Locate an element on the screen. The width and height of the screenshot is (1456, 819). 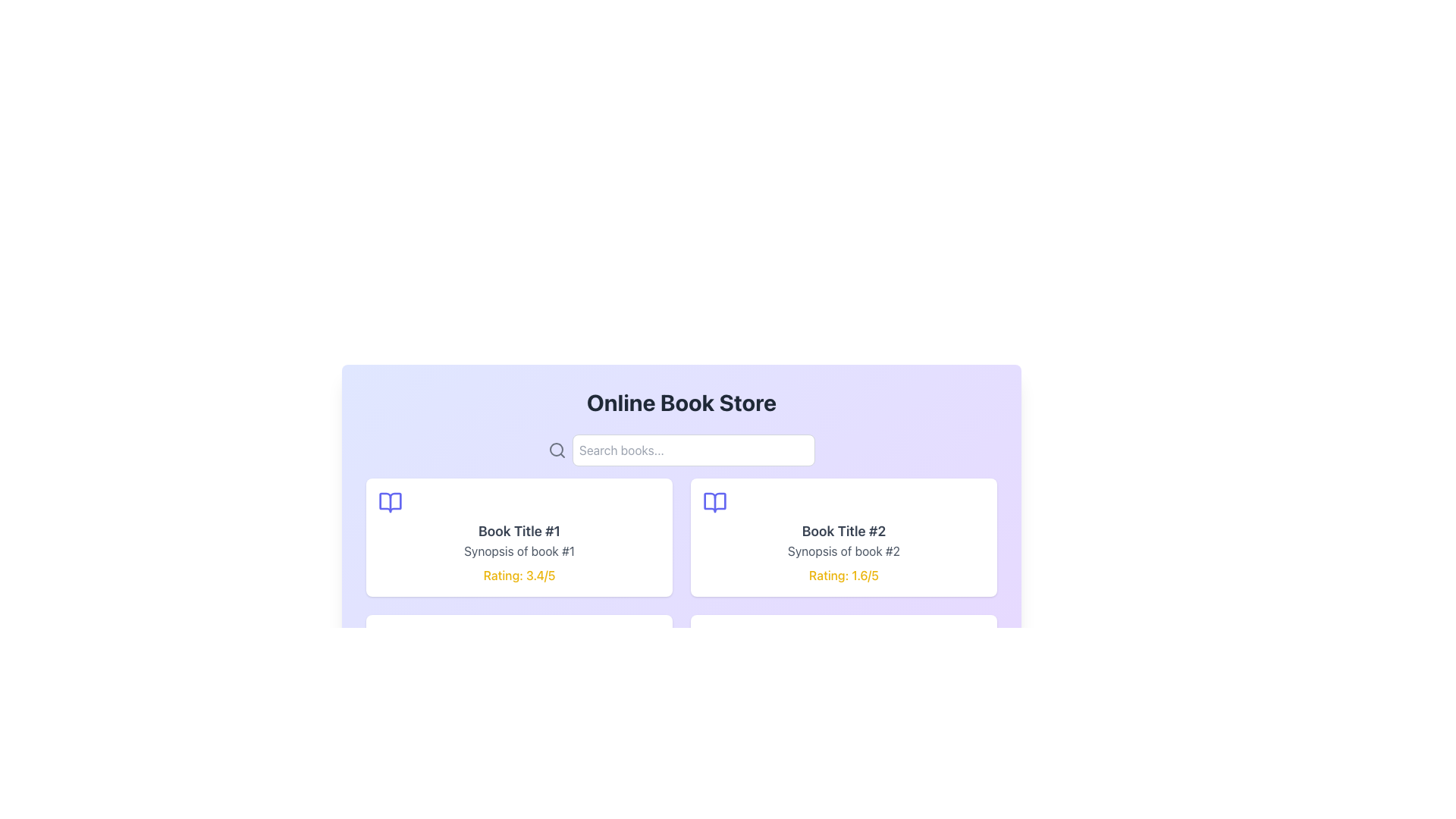
the book card item that displays the book's title, synopsis, and rating, located in the first column of the first row of the grid layout is located at coordinates (519, 537).